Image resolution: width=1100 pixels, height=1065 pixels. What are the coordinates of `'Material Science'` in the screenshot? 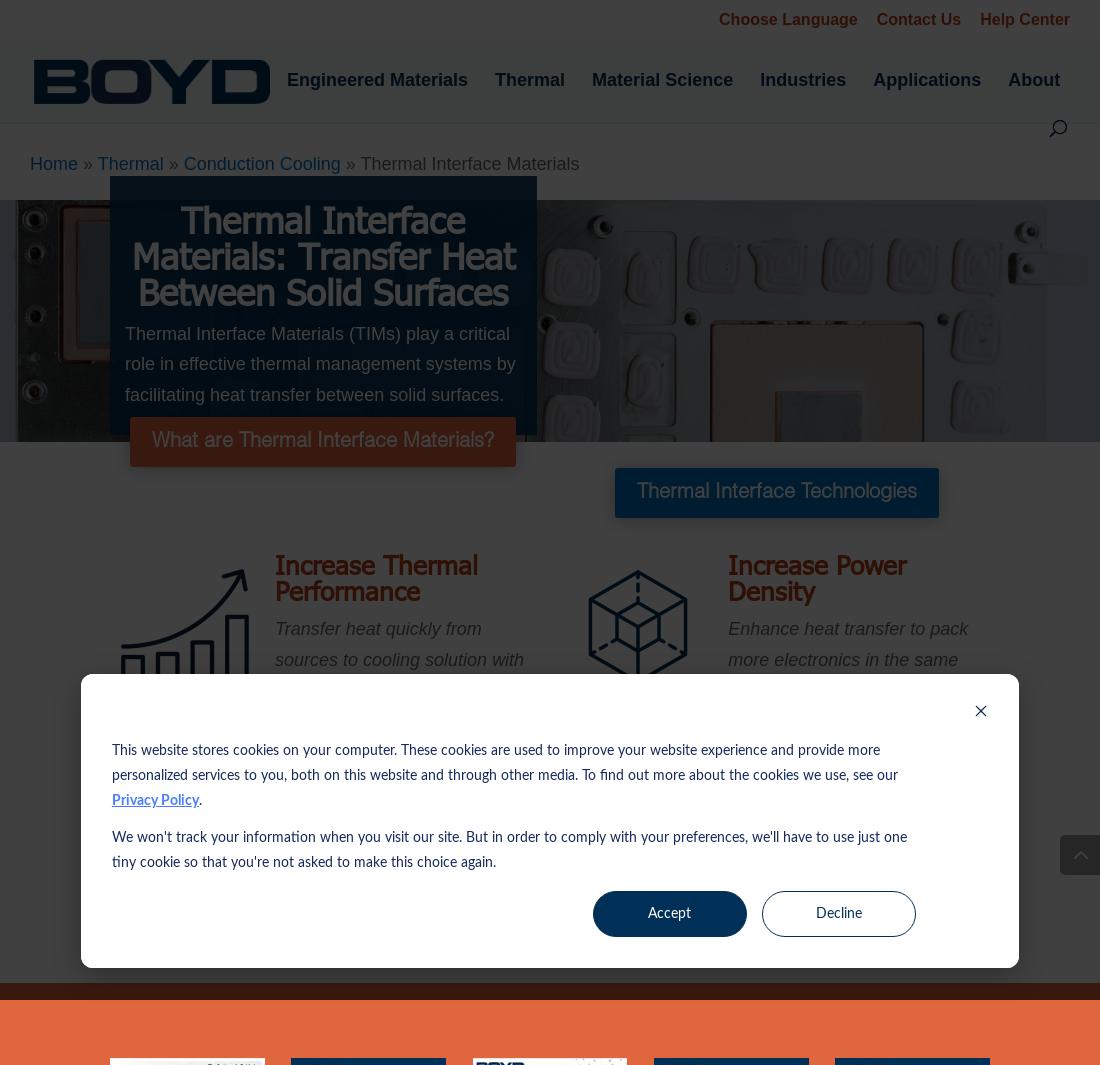 It's located at (662, 78).